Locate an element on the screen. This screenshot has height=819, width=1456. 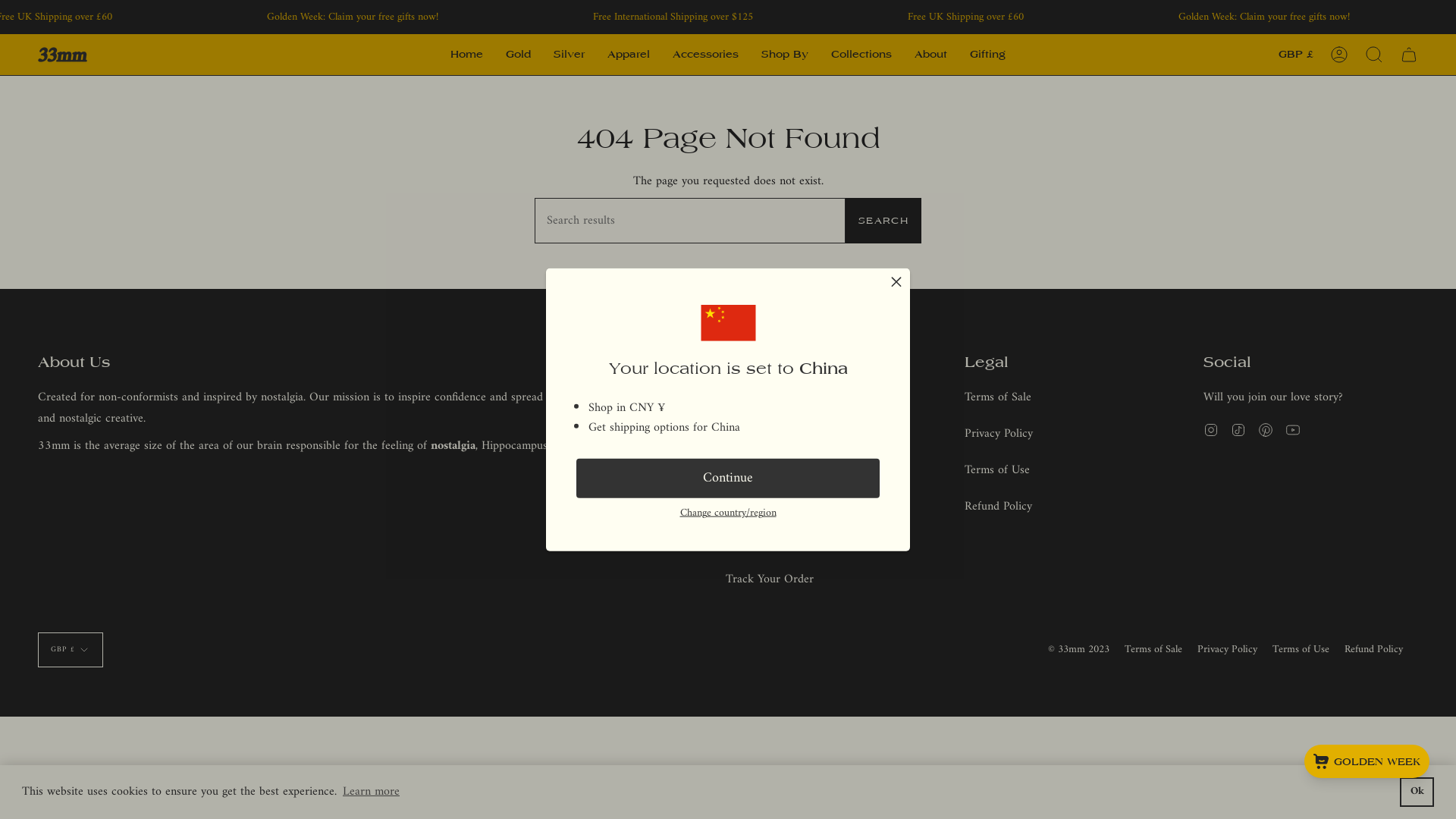
'Home' is located at coordinates (438, 54).